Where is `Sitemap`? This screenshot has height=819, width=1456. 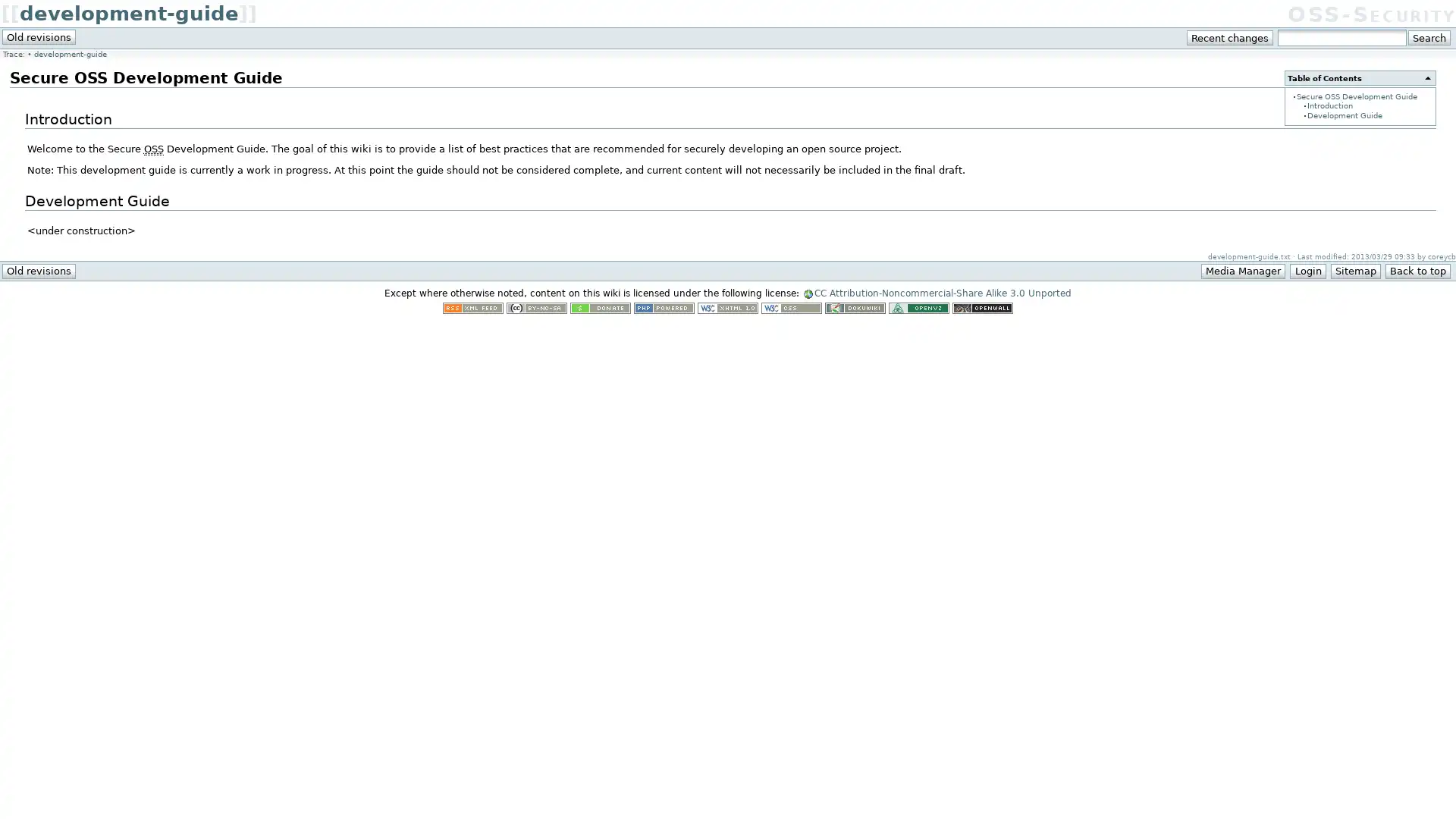
Sitemap is located at coordinates (1354, 270).